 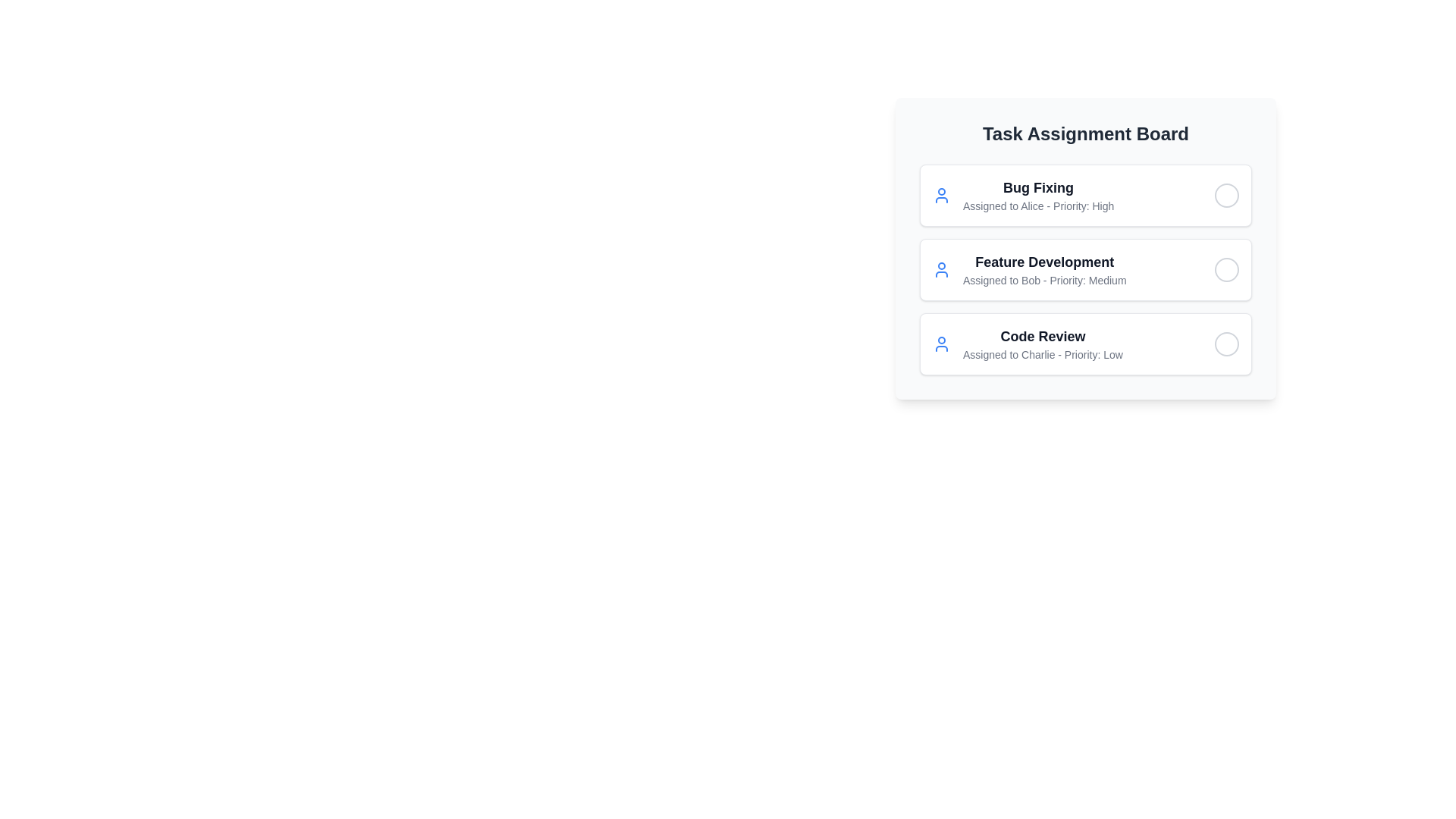 What do you see at coordinates (1023, 195) in the screenshot?
I see `the task entry titled 'Bug Fixing' with the description 'Assigned to Alice - Priority: High'` at bounding box center [1023, 195].